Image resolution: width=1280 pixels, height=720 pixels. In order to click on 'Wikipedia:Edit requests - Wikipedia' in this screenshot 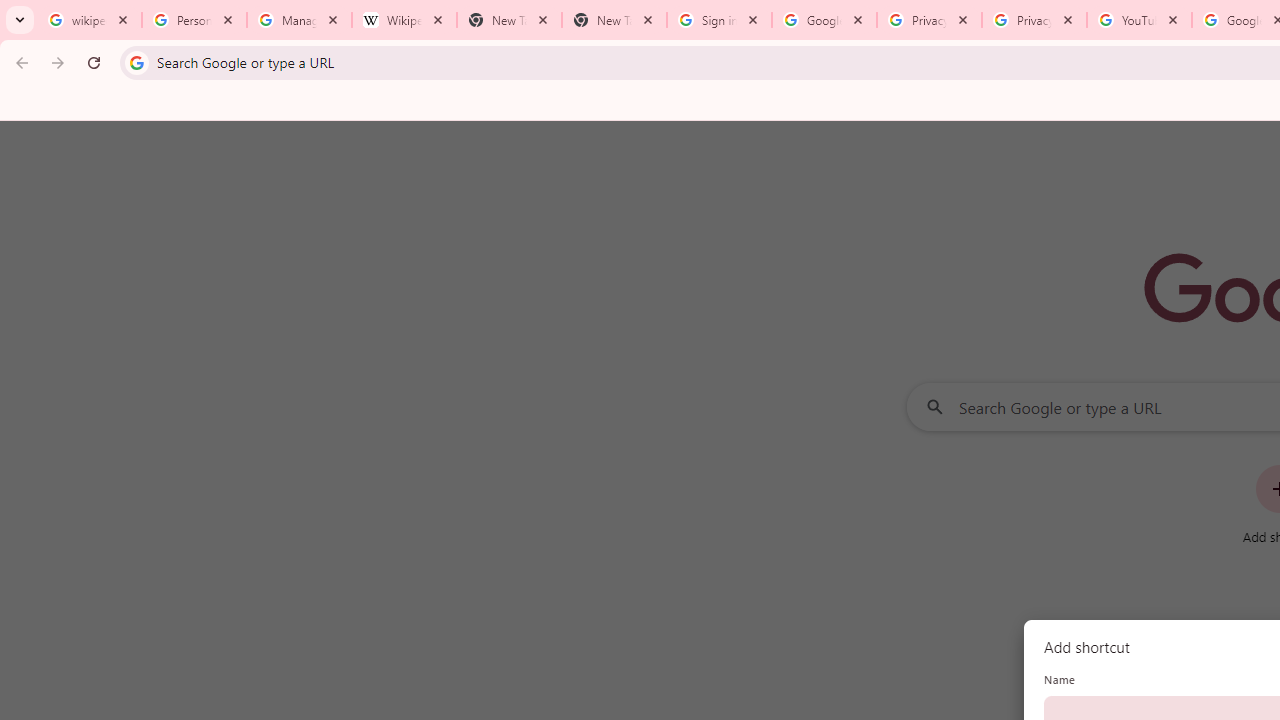, I will do `click(403, 20)`.